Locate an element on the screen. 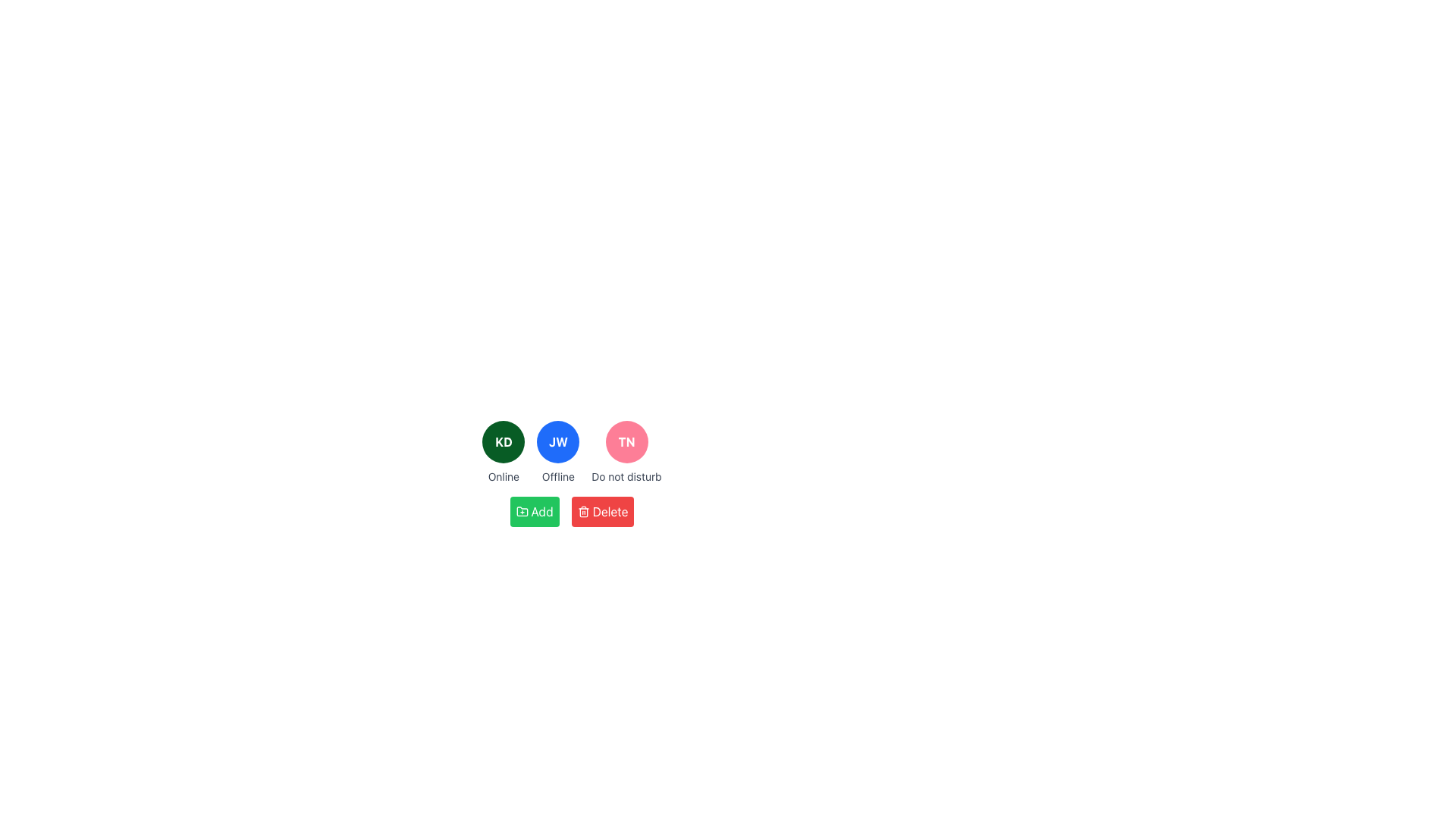 This screenshot has height=819, width=1456. the delete button located to the right of the green 'Add' button is located at coordinates (602, 512).